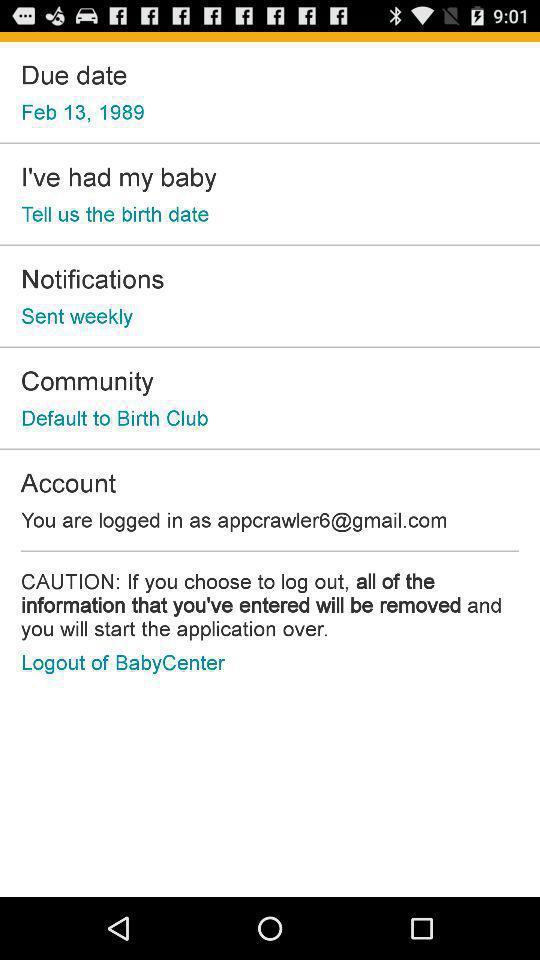  What do you see at coordinates (123, 662) in the screenshot?
I see `logout of babycenter` at bounding box center [123, 662].